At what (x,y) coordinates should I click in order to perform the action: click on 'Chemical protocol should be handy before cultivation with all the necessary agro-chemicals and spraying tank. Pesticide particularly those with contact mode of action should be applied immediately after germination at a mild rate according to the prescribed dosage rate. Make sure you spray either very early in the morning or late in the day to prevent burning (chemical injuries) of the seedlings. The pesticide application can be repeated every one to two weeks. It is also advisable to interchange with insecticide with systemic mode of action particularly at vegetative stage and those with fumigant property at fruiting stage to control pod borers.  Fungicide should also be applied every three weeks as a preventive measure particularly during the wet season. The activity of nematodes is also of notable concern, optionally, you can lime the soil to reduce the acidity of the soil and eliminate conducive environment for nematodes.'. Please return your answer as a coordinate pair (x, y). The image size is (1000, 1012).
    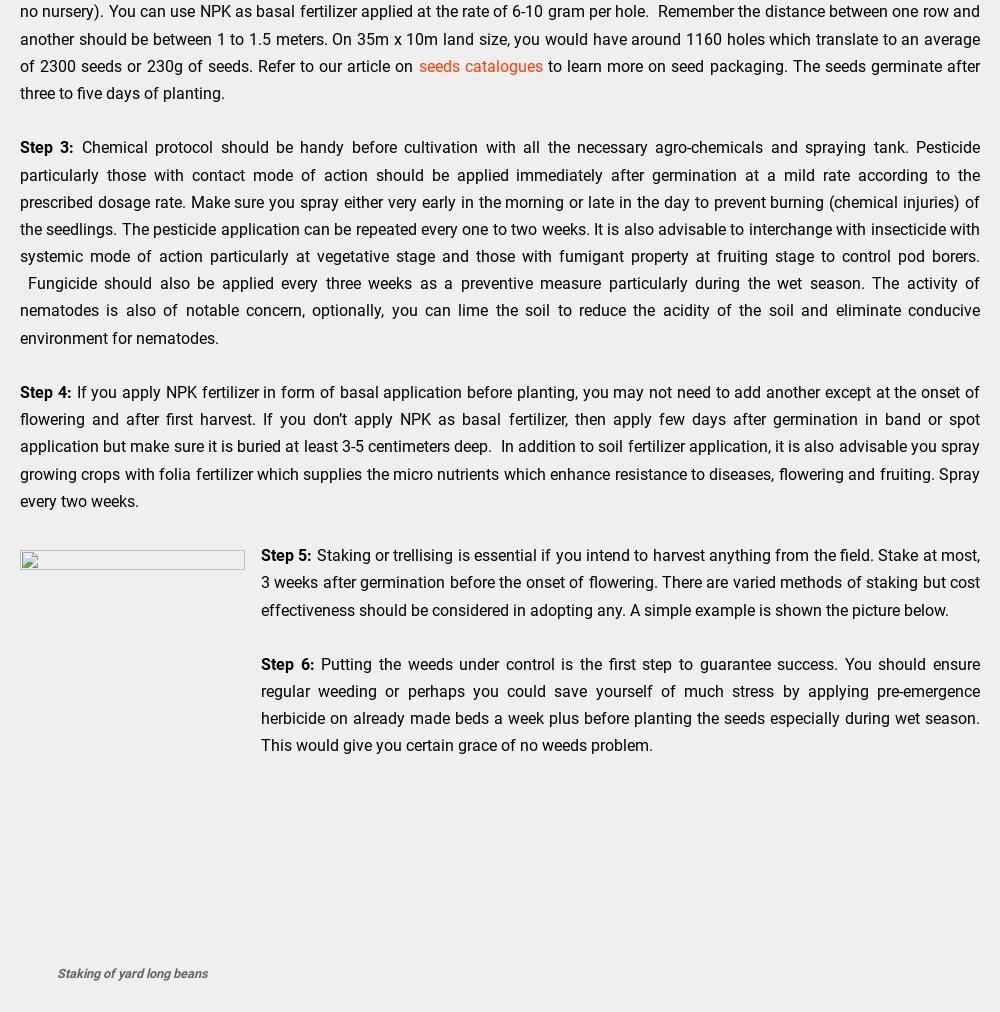
    Looking at the image, I should click on (500, 242).